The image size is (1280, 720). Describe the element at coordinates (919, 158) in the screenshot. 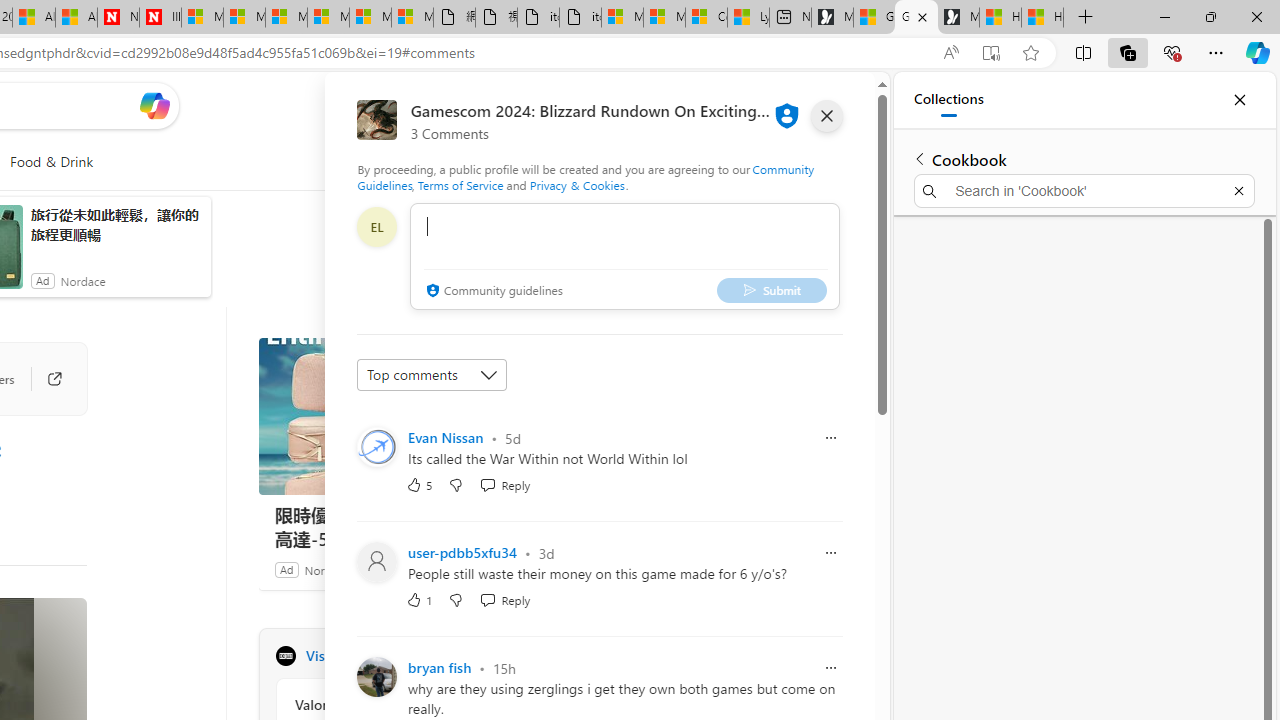

I see `'Back to list of collections'` at that location.